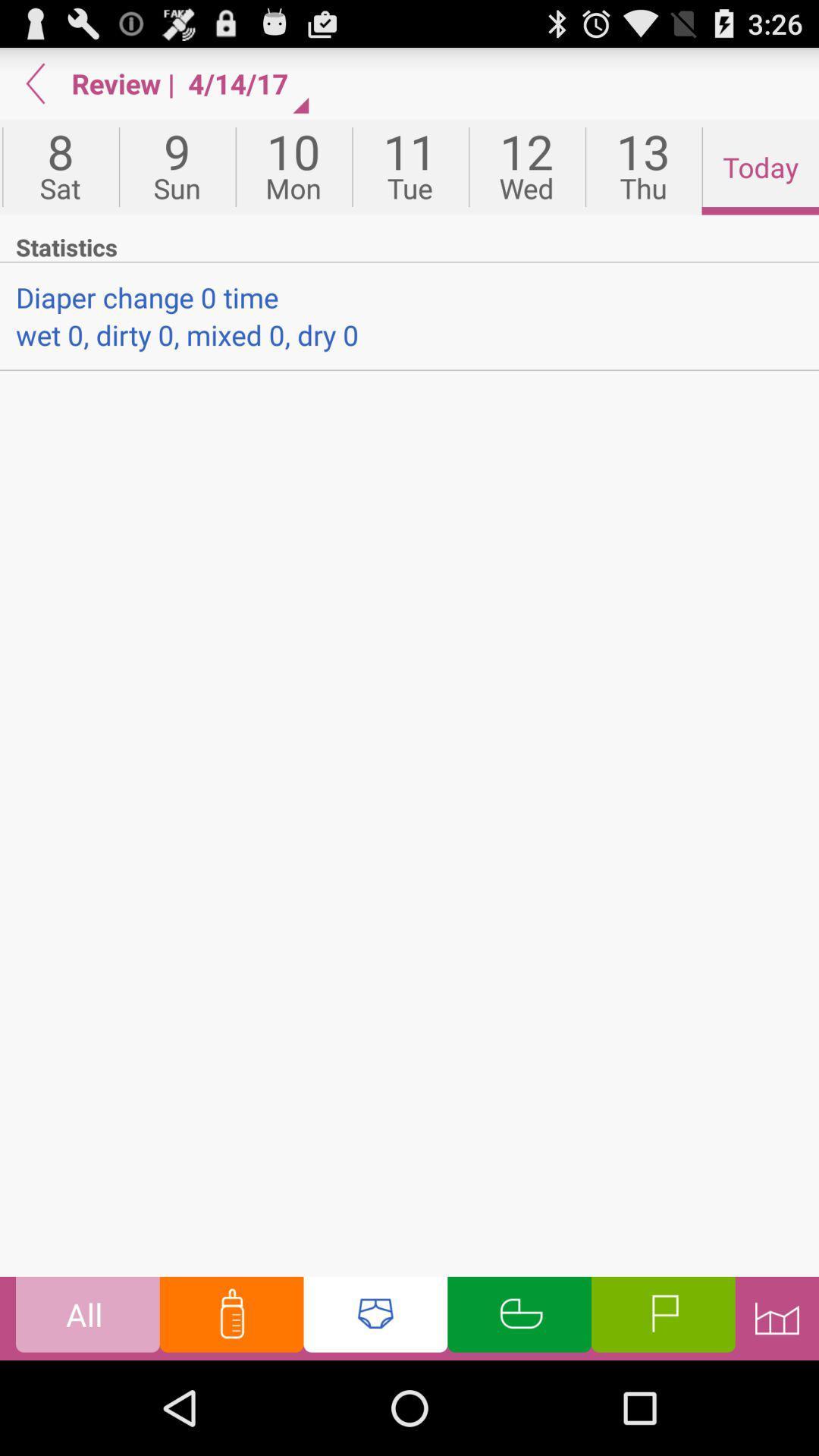 The height and width of the screenshot is (1456, 819). I want to click on app next to 12 item, so click(643, 167).